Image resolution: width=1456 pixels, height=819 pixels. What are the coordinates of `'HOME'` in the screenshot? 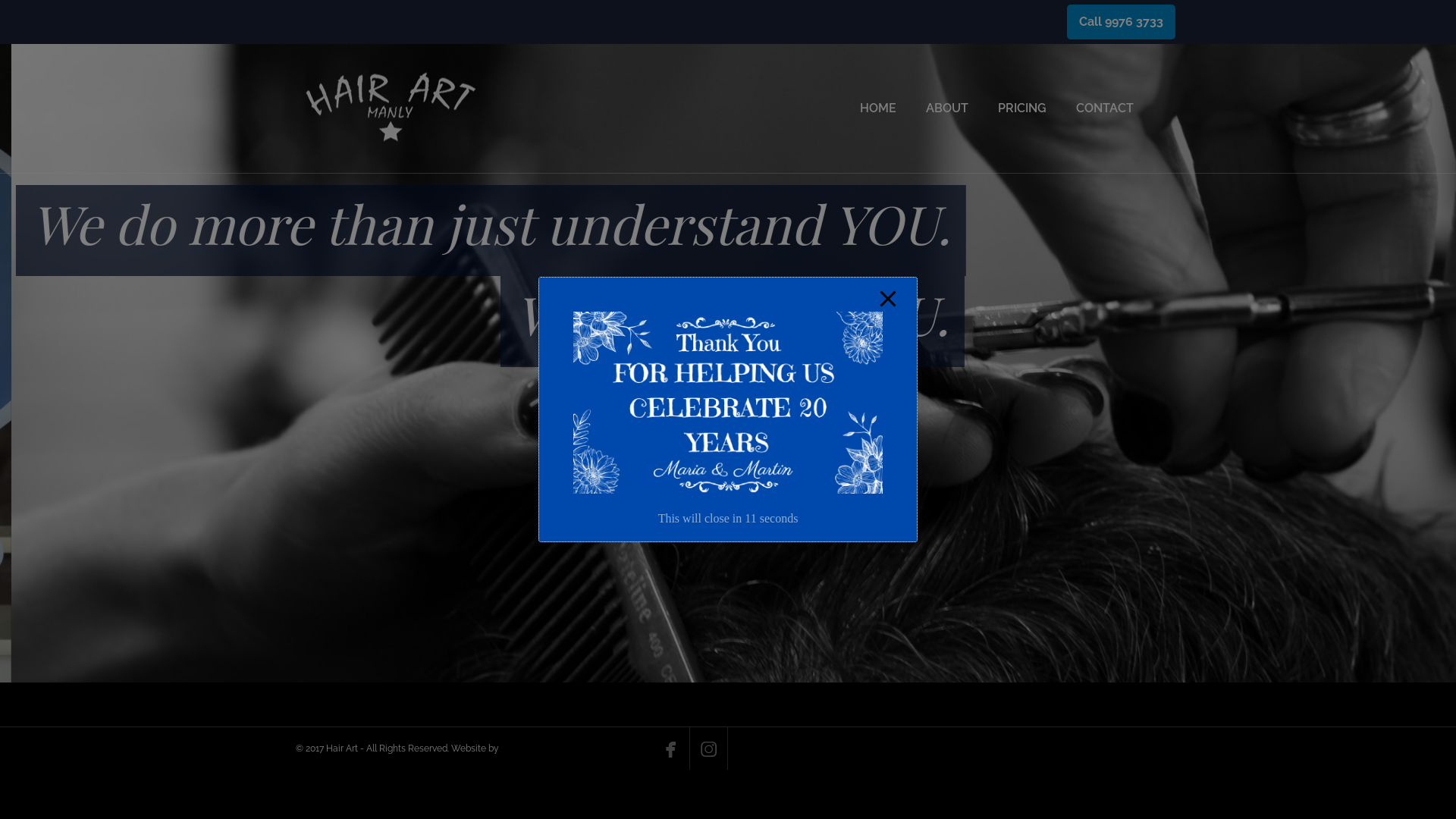 It's located at (877, 107).